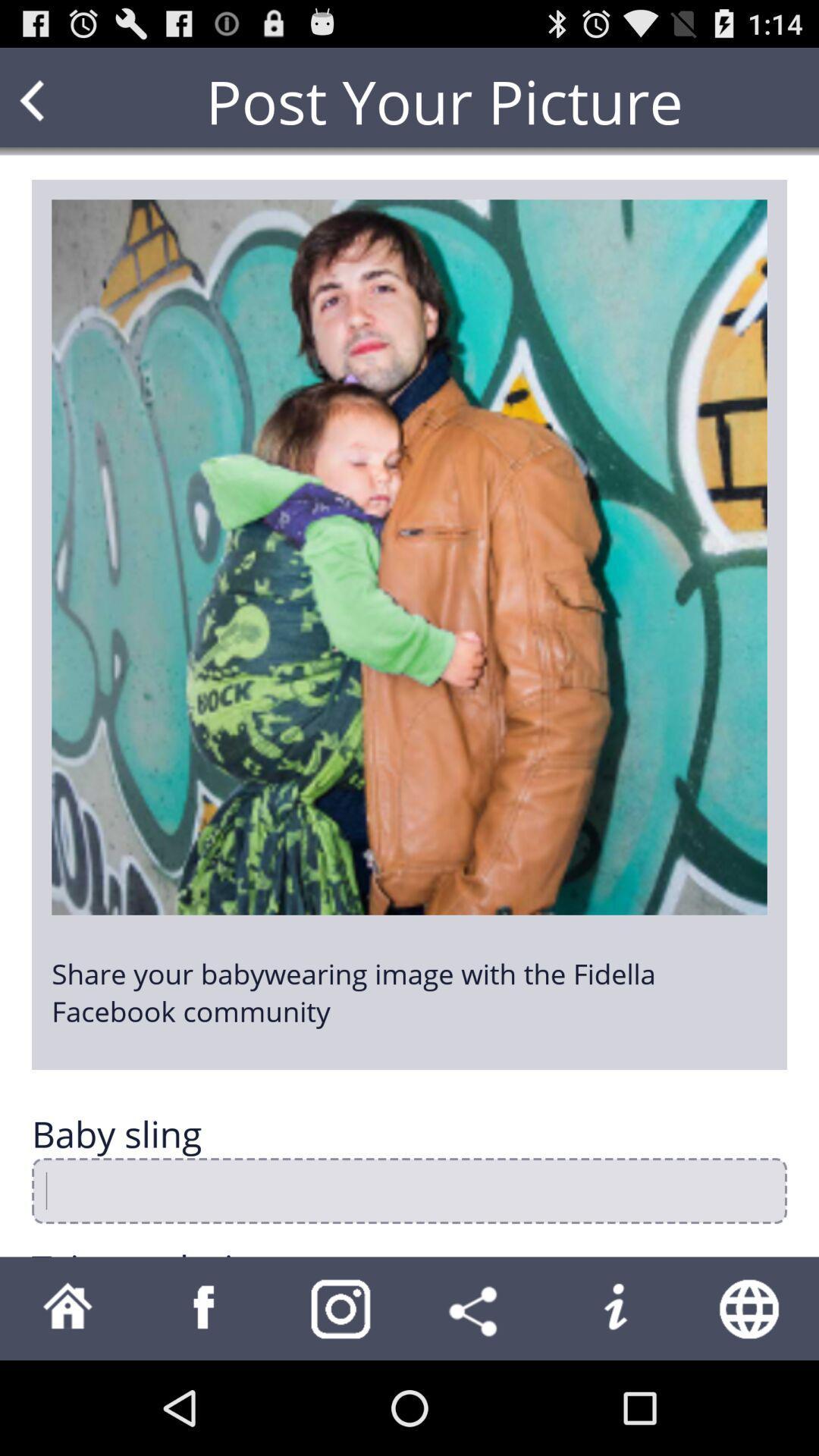 This screenshot has height=1456, width=819. What do you see at coordinates (476, 1400) in the screenshot?
I see `the share icon` at bounding box center [476, 1400].